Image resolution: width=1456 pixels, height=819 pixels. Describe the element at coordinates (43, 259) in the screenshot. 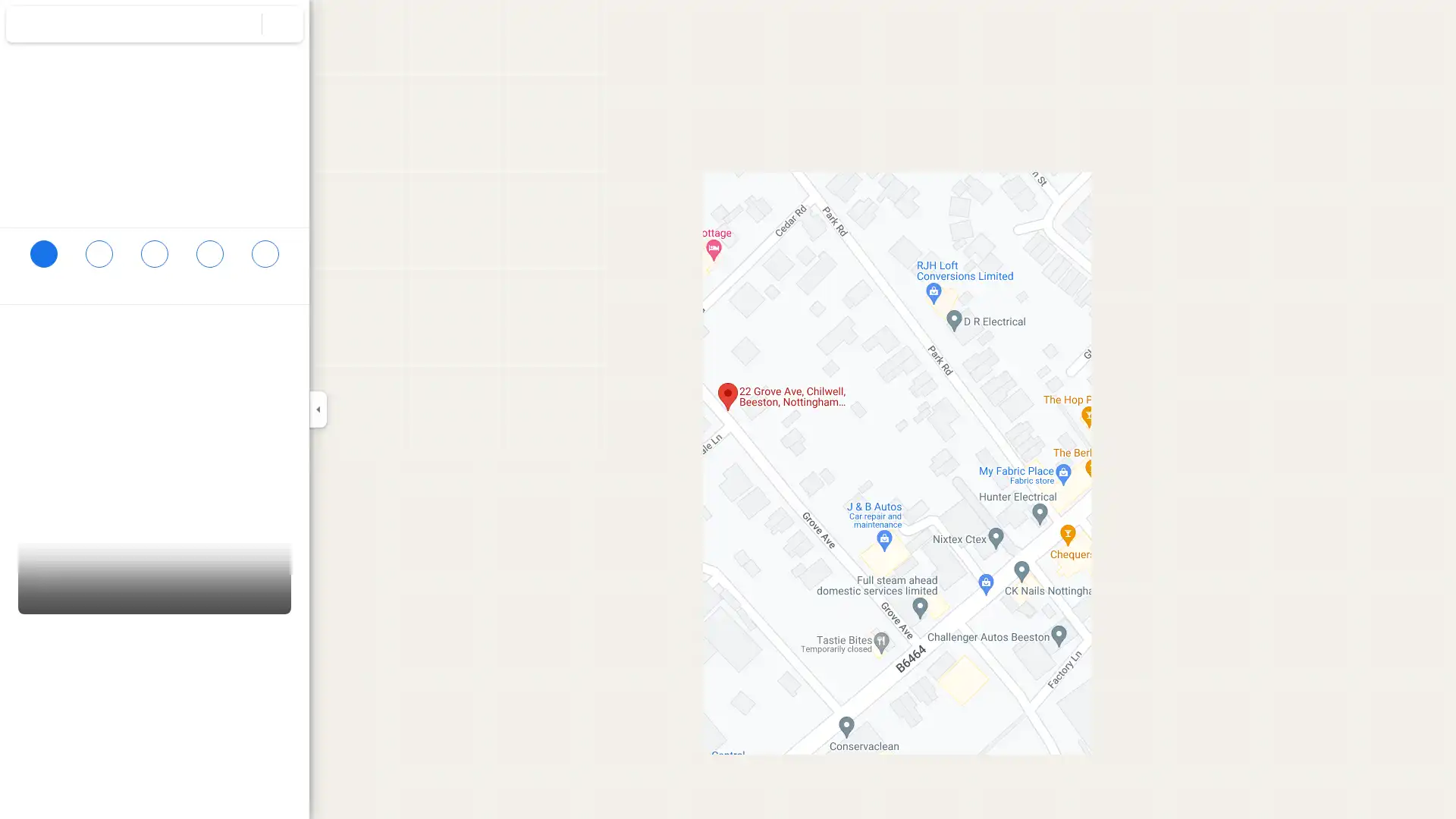

I see `Directions to 22 Grove Ave` at that location.